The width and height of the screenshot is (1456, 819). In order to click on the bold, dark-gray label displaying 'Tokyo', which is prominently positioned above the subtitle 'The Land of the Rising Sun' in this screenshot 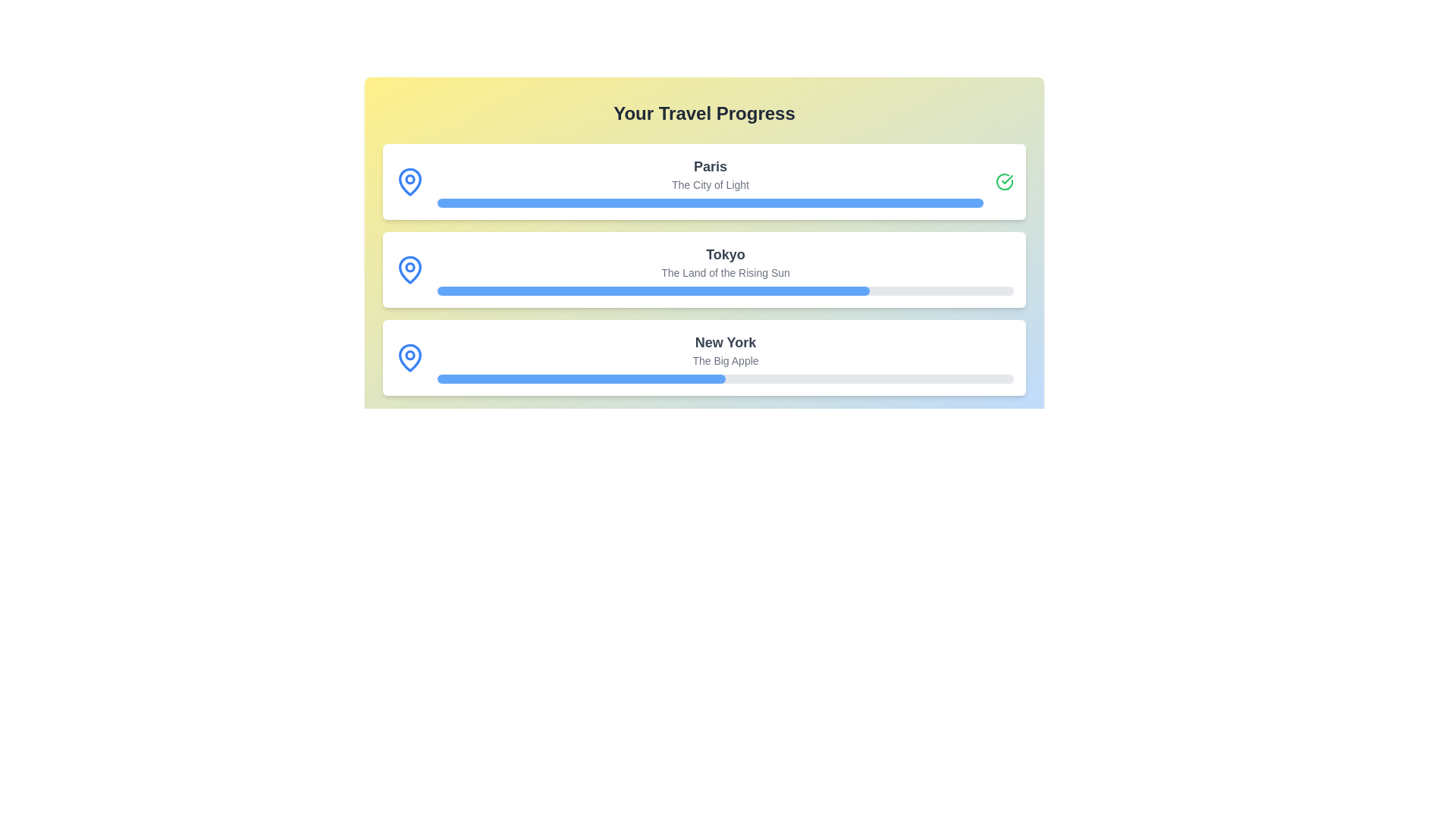, I will do `click(724, 253)`.